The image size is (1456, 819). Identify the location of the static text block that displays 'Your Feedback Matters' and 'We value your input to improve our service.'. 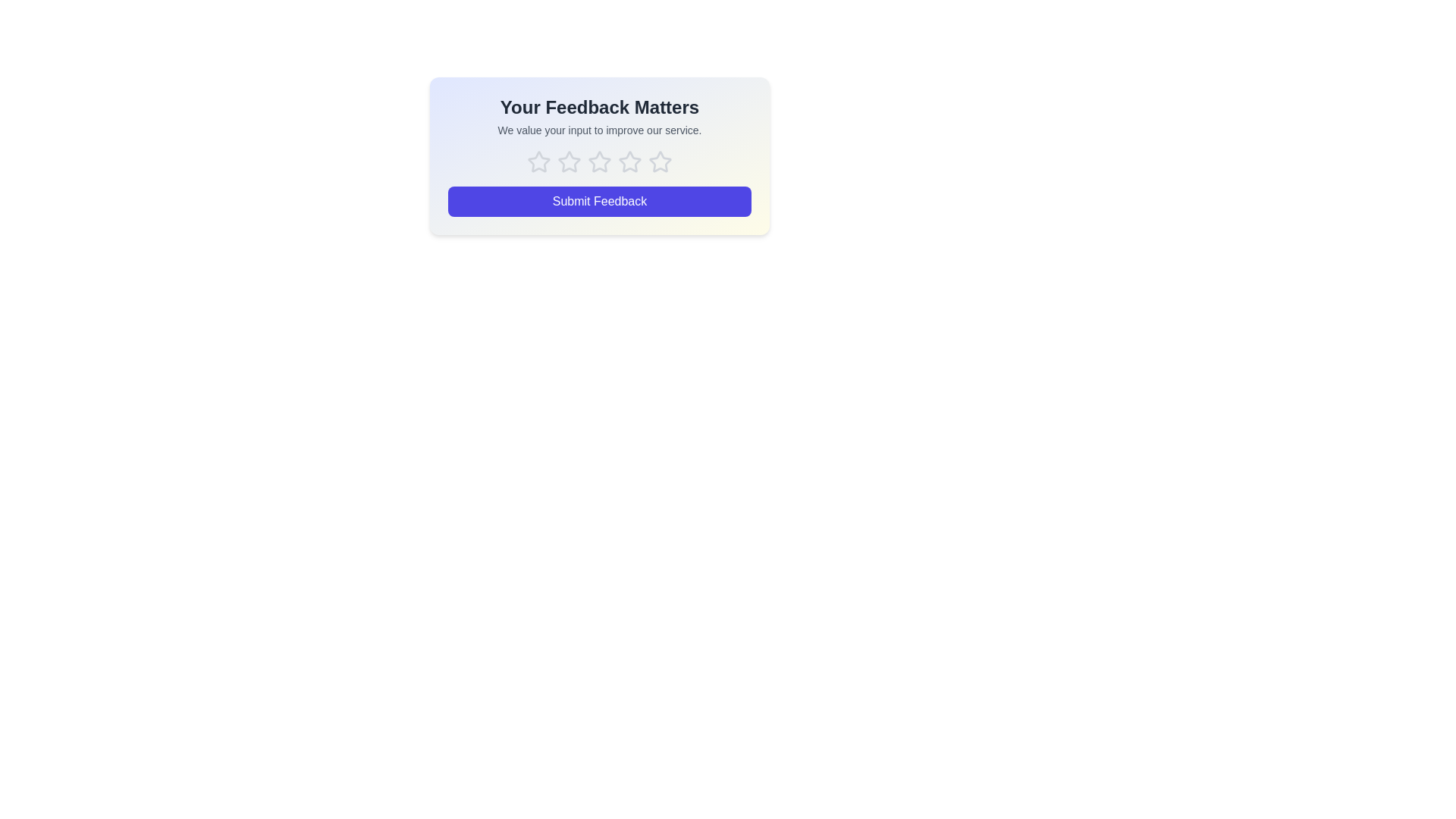
(599, 116).